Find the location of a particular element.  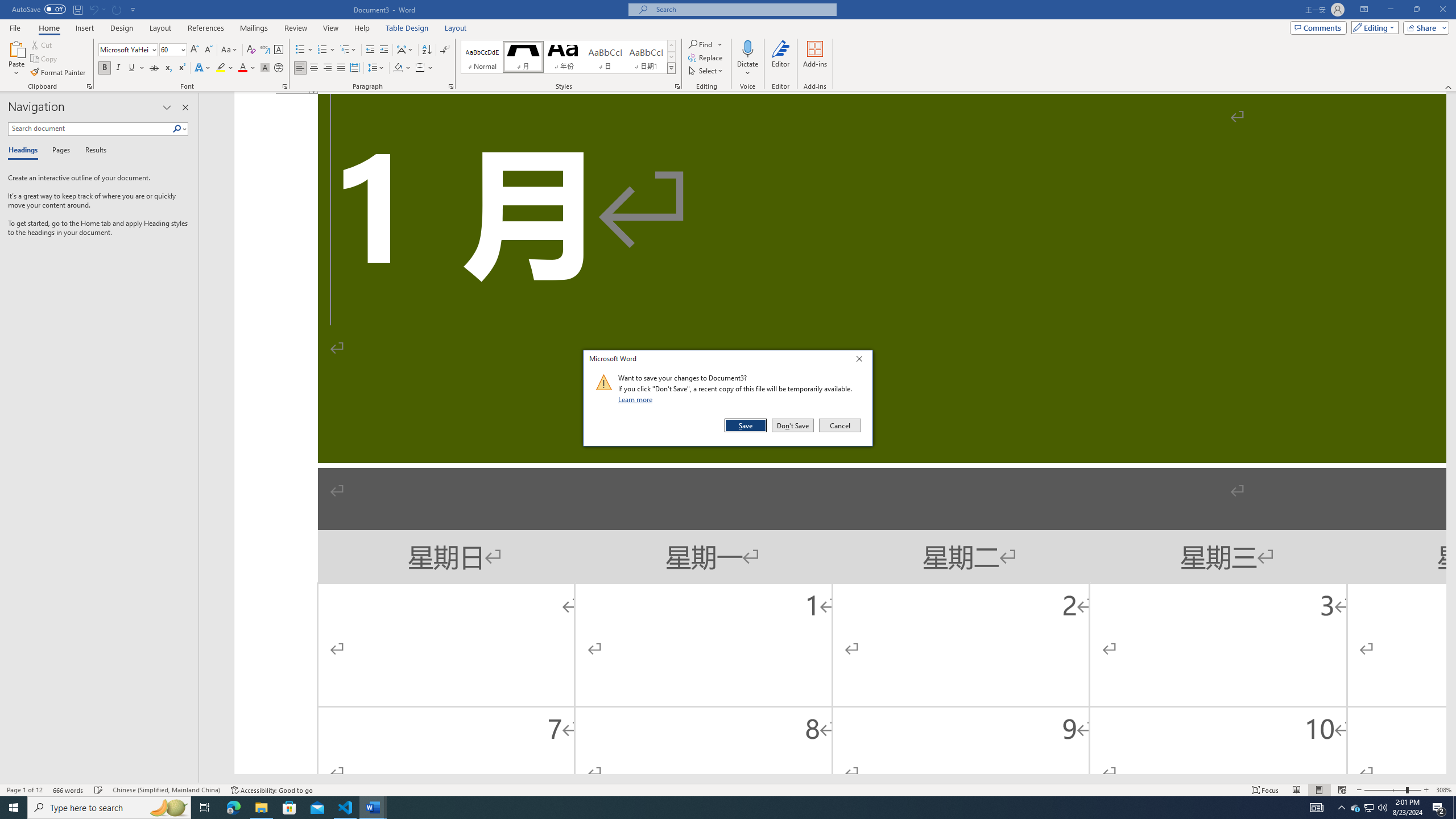

'Underline' is located at coordinates (131, 67).